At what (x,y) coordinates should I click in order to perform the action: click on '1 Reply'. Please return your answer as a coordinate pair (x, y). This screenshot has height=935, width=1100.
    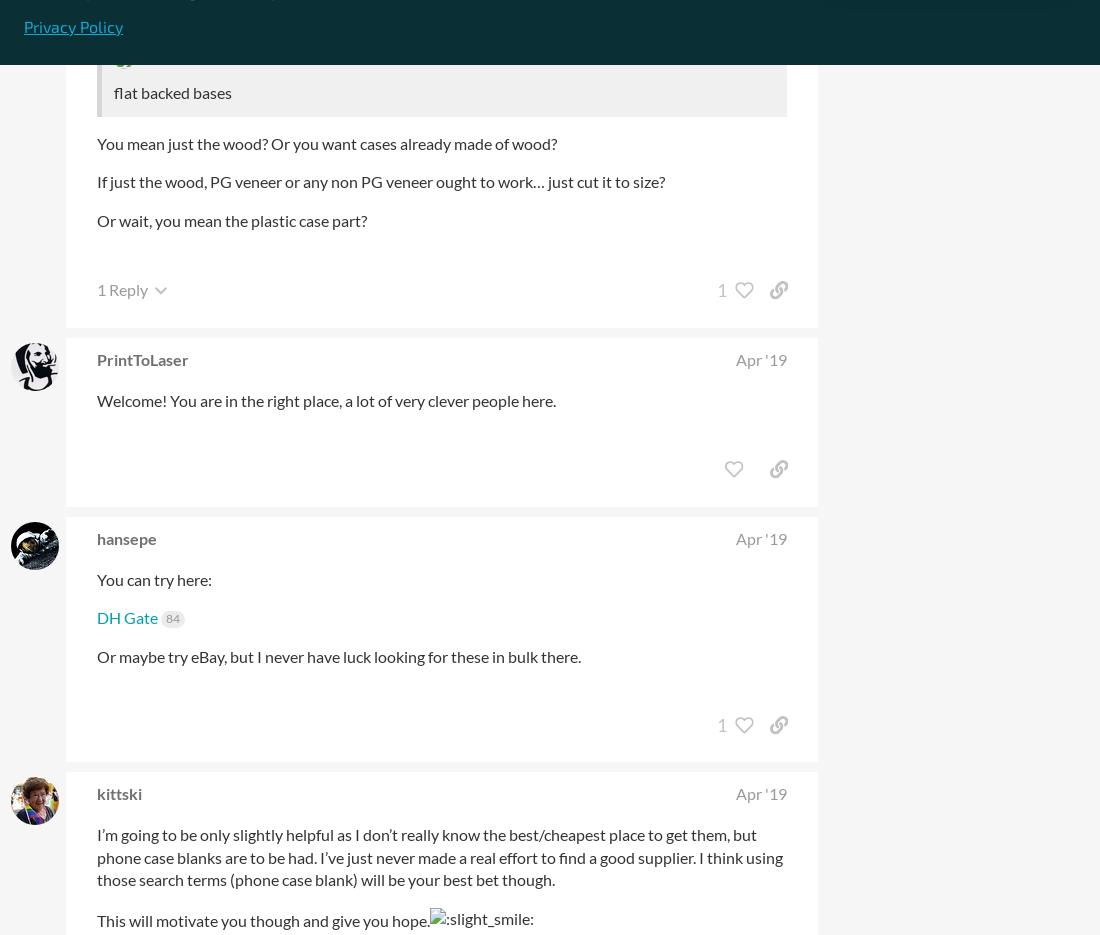
    Looking at the image, I should click on (122, 287).